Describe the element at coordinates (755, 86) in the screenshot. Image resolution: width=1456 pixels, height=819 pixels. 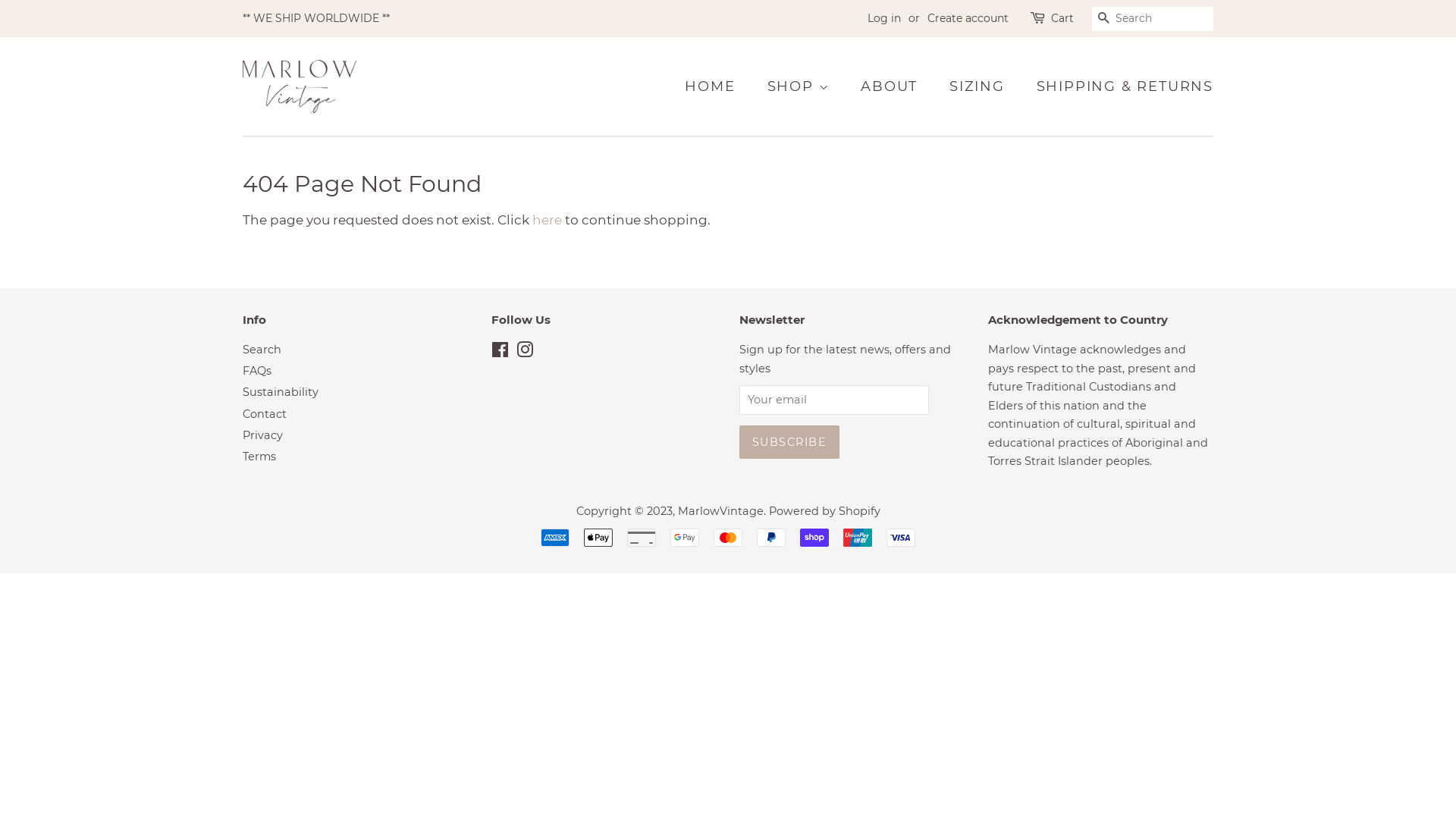
I see `'SHOP'` at that location.